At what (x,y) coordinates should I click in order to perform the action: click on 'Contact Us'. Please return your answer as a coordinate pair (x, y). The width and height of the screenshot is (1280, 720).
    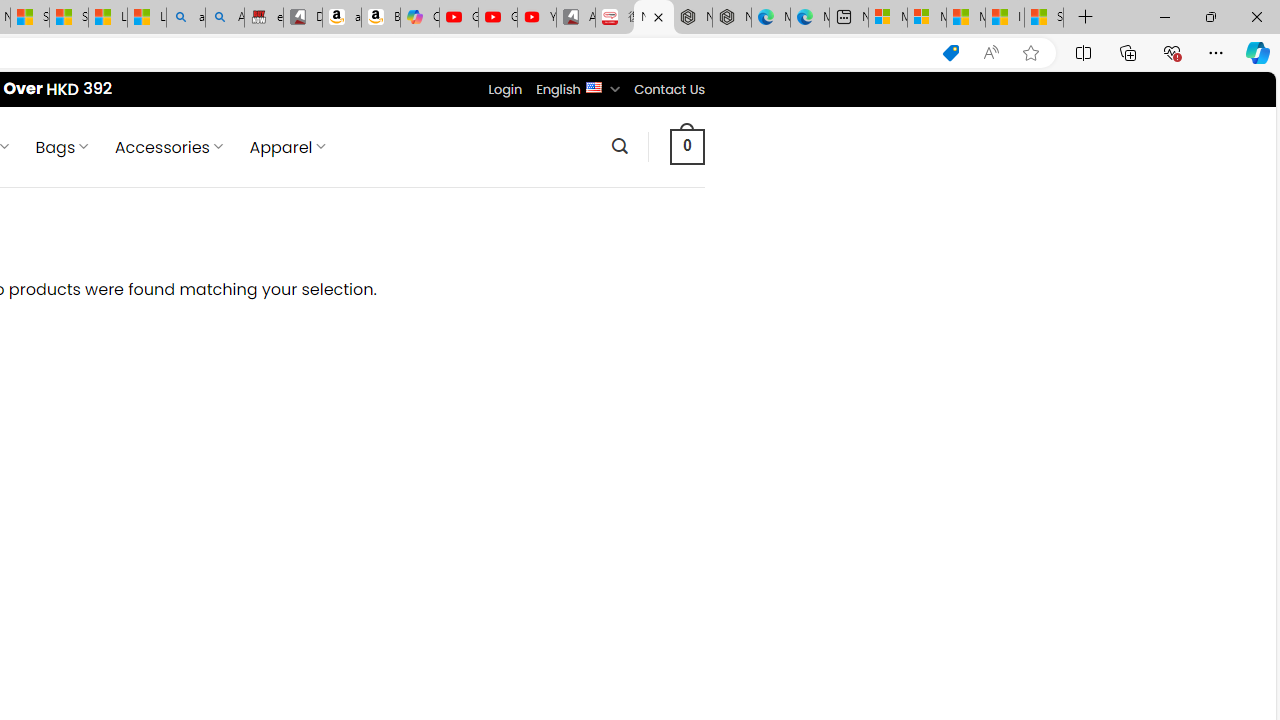
    Looking at the image, I should click on (669, 88).